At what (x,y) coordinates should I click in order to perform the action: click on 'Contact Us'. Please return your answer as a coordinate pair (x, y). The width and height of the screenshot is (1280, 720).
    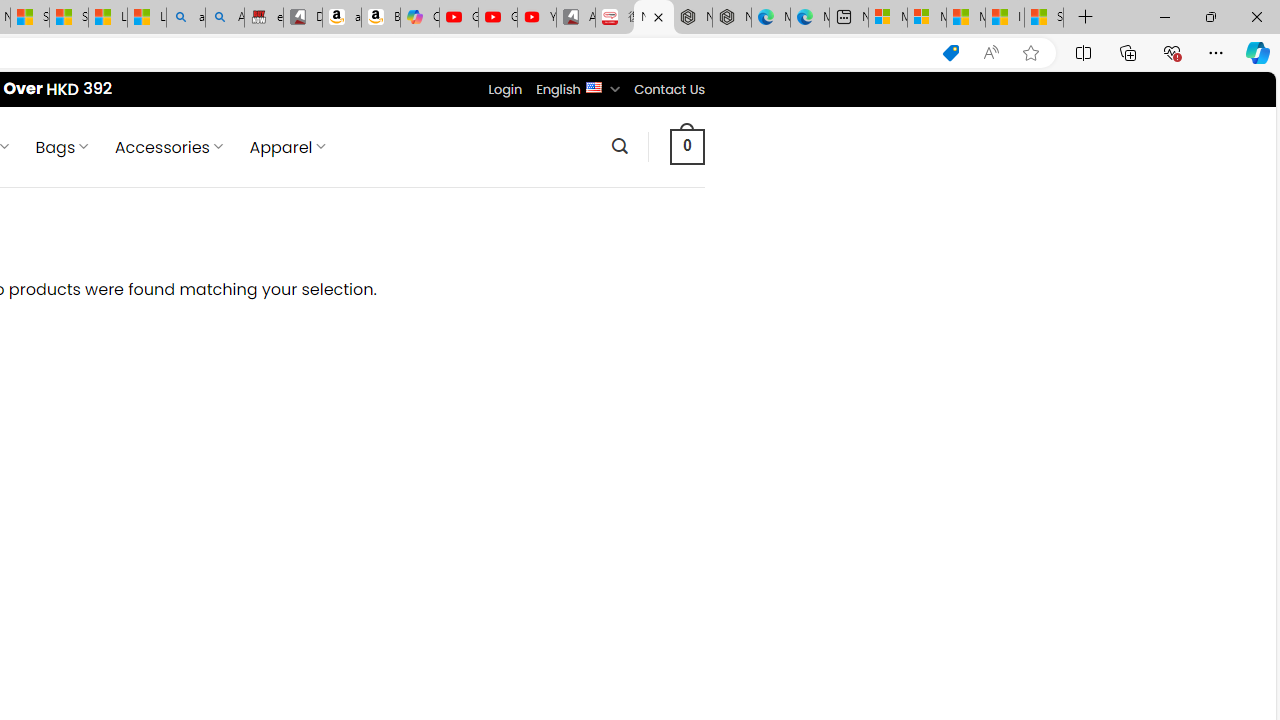
    Looking at the image, I should click on (669, 88).